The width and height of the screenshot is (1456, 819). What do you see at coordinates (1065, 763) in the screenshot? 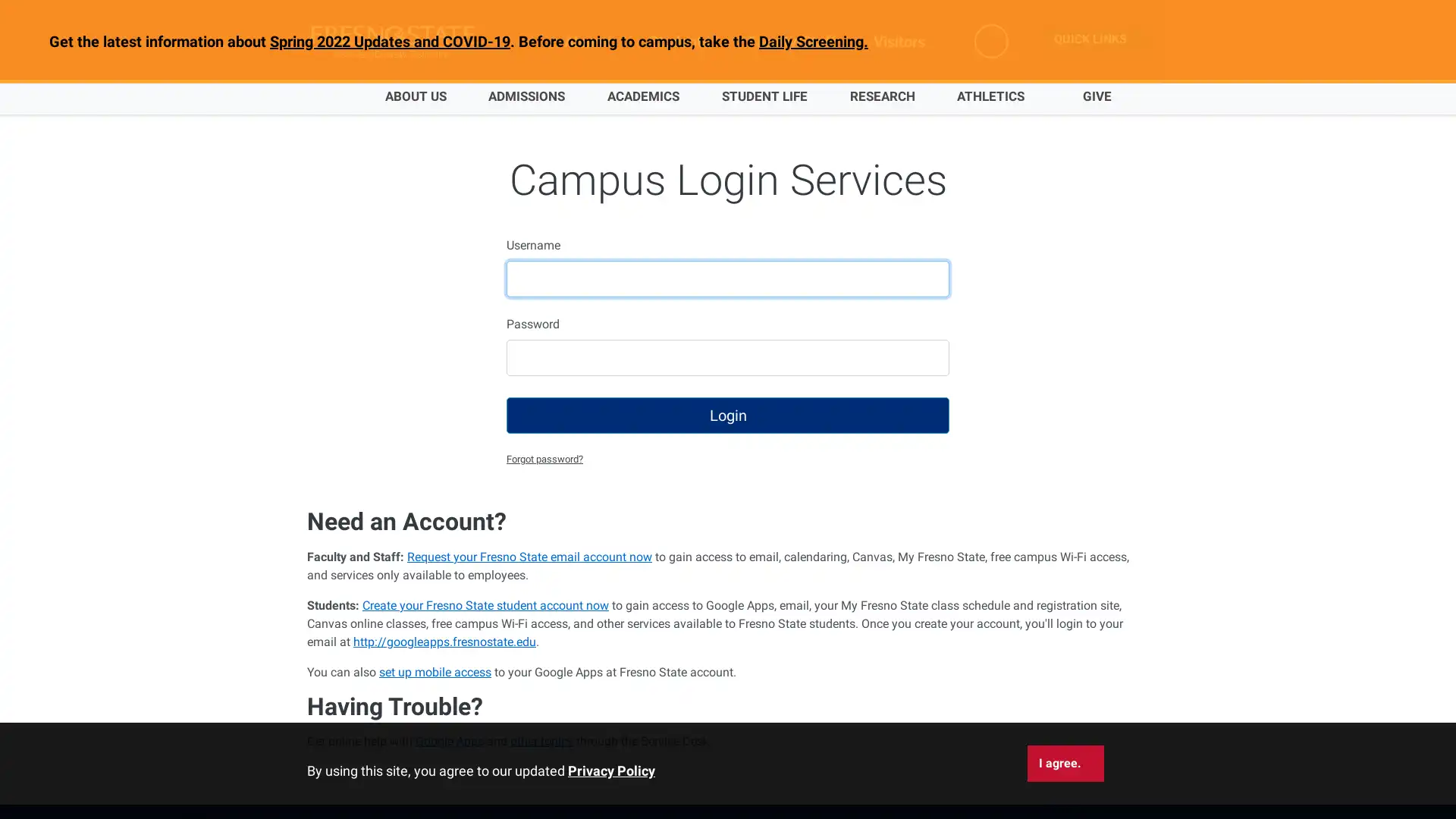
I see `dismiss cookie message` at bounding box center [1065, 763].